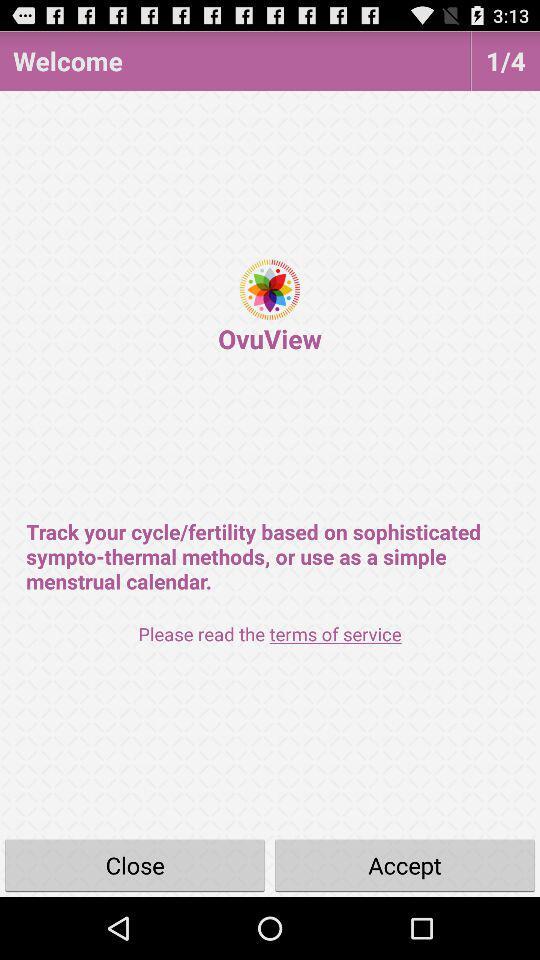  Describe the element at coordinates (405, 864) in the screenshot. I see `button to the right of close button` at that location.